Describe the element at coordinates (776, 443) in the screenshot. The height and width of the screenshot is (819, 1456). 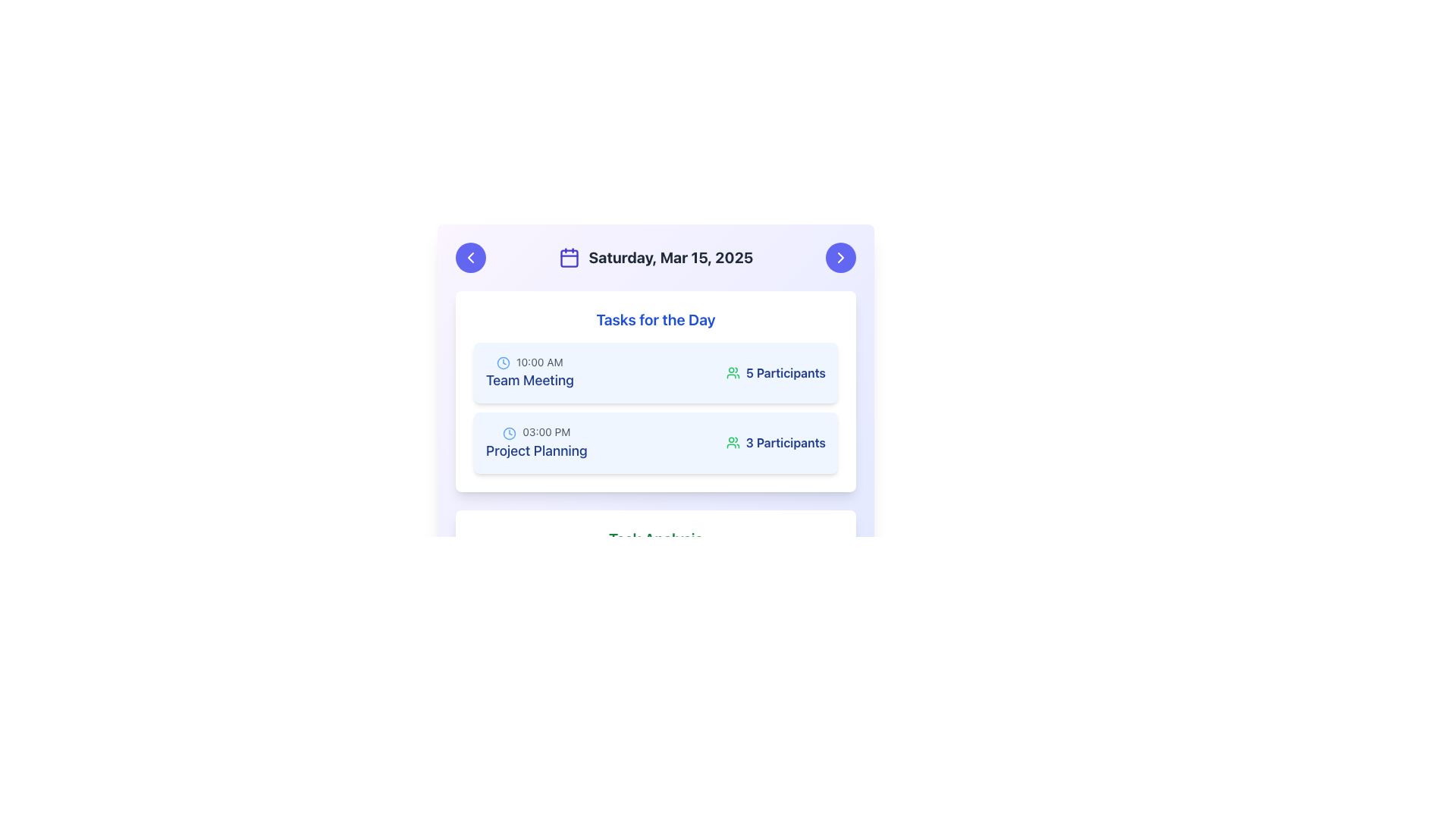
I see `the label displaying '3 Participants' with a green icon of two user figures, located in the bottom right corner of the 'Project Planning' scheduled activity` at that location.